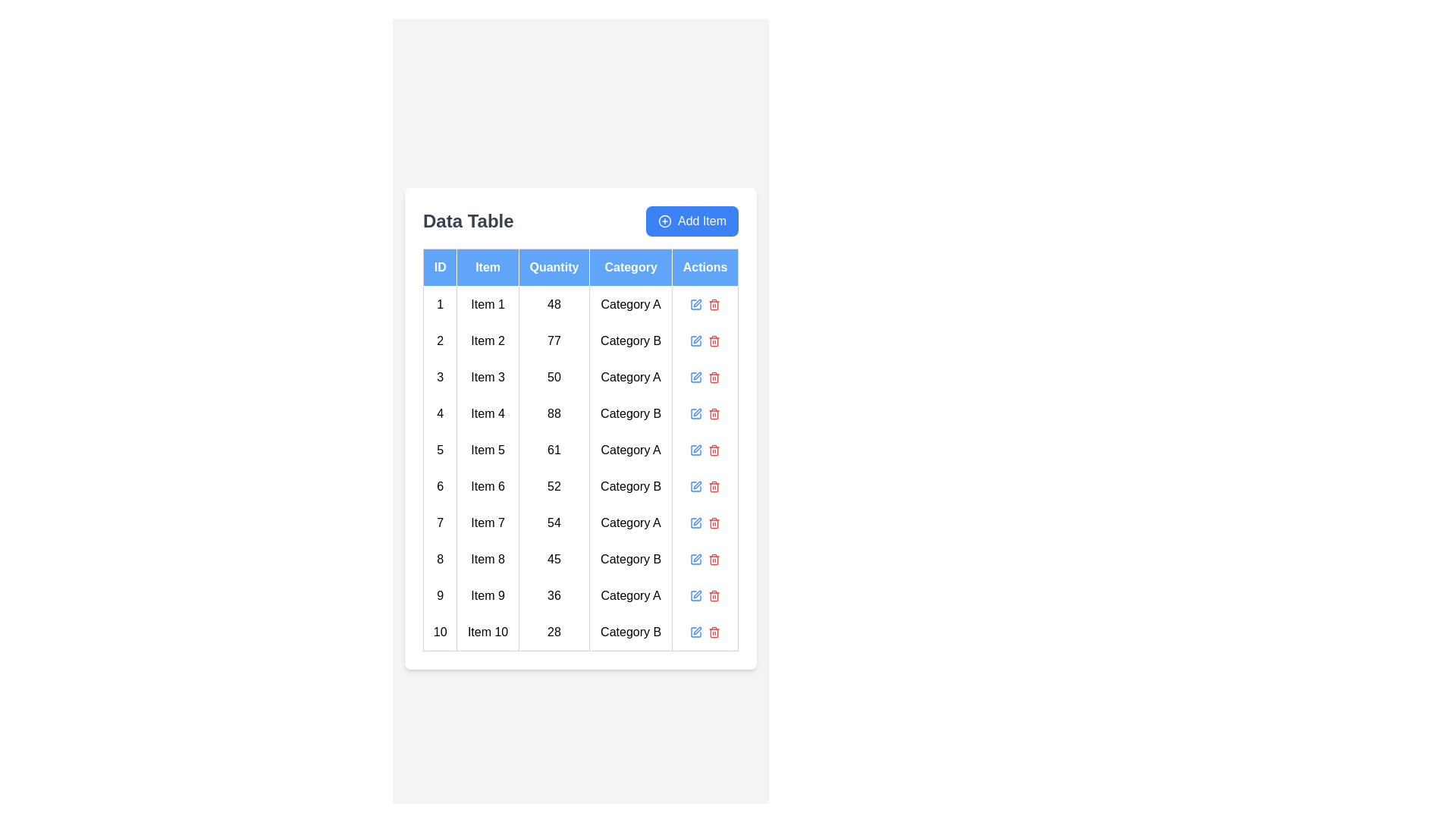 The width and height of the screenshot is (1456, 819). What do you see at coordinates (697, 375) in the screenshot?
I see `the pen-shaped icon in the 'Actions' column of the data table to invoke its editing functionality` at bounding box center [697, 375].